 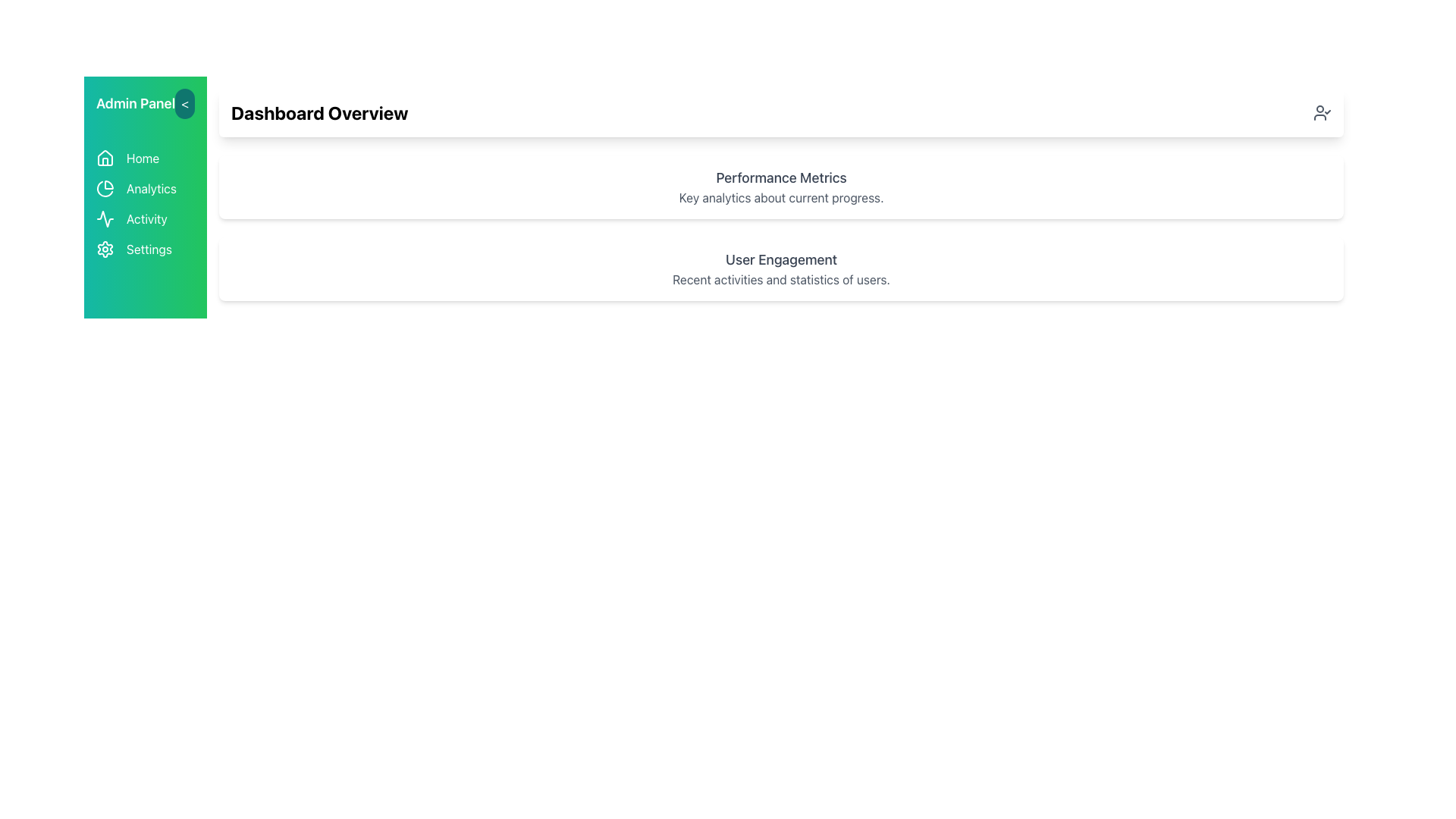 What do you see at coordinates (318, 112) in the screenshot?
I see `the 'Dashboard Overview' header text, which is prominently displayed in bold, large font at the top section of the content area` at bounding box center [318, 112].